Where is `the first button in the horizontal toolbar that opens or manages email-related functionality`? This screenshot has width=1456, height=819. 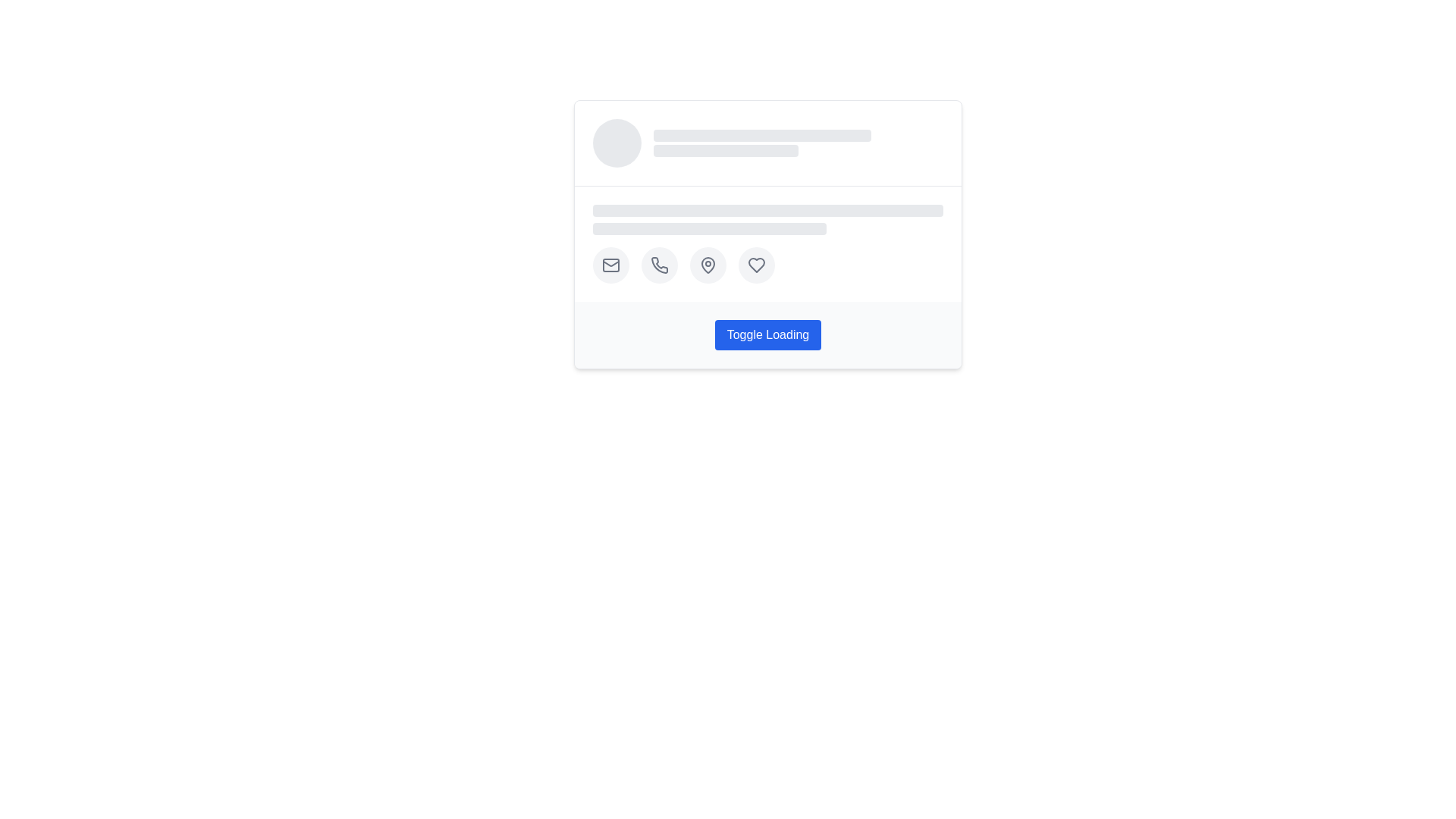 the first button in the horizontal toolbar that opens or manages email-related functionality is located at coordinates (611, 265).